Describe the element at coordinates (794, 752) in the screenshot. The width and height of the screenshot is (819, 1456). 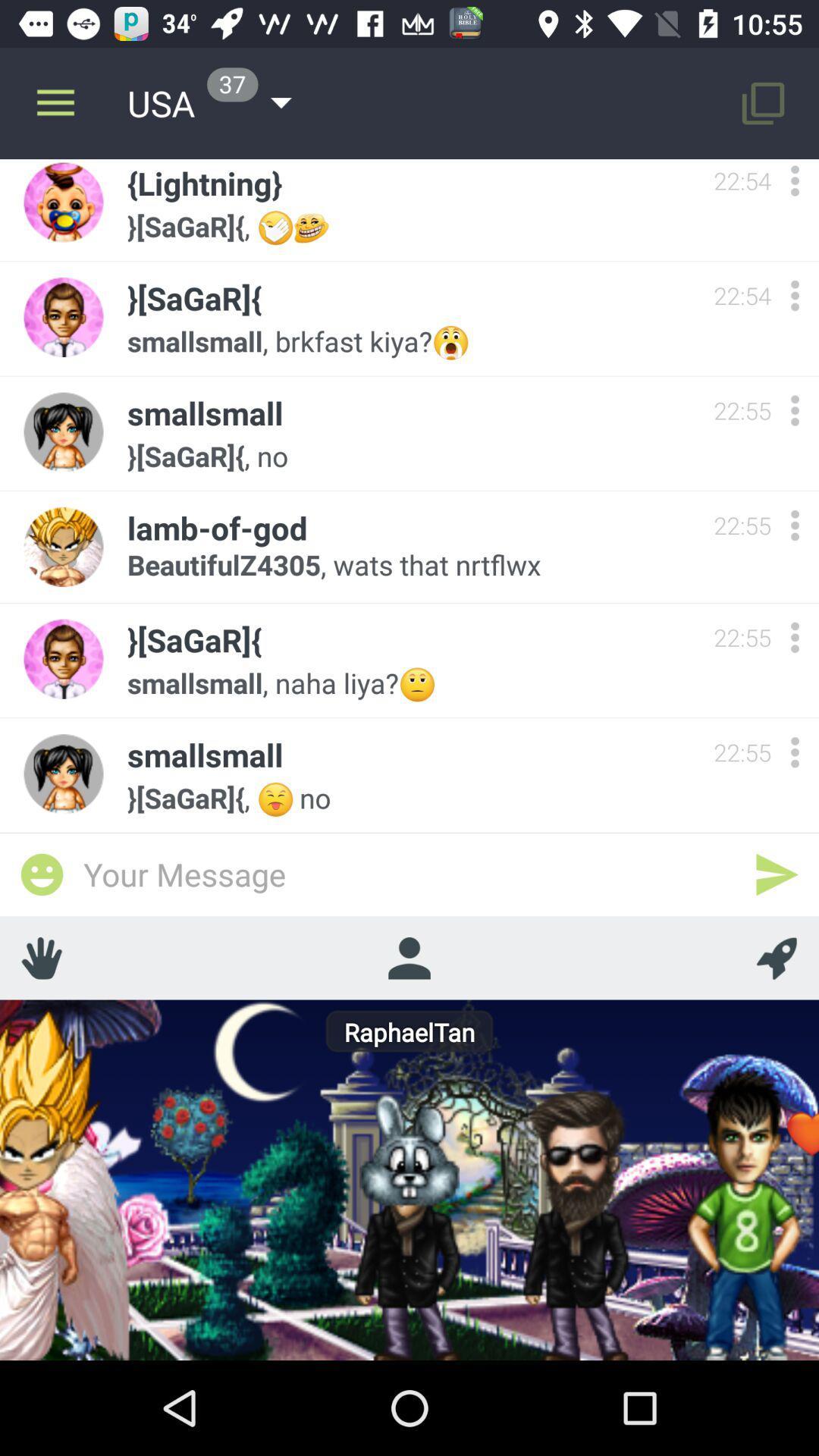
I see `menu option` at that location.